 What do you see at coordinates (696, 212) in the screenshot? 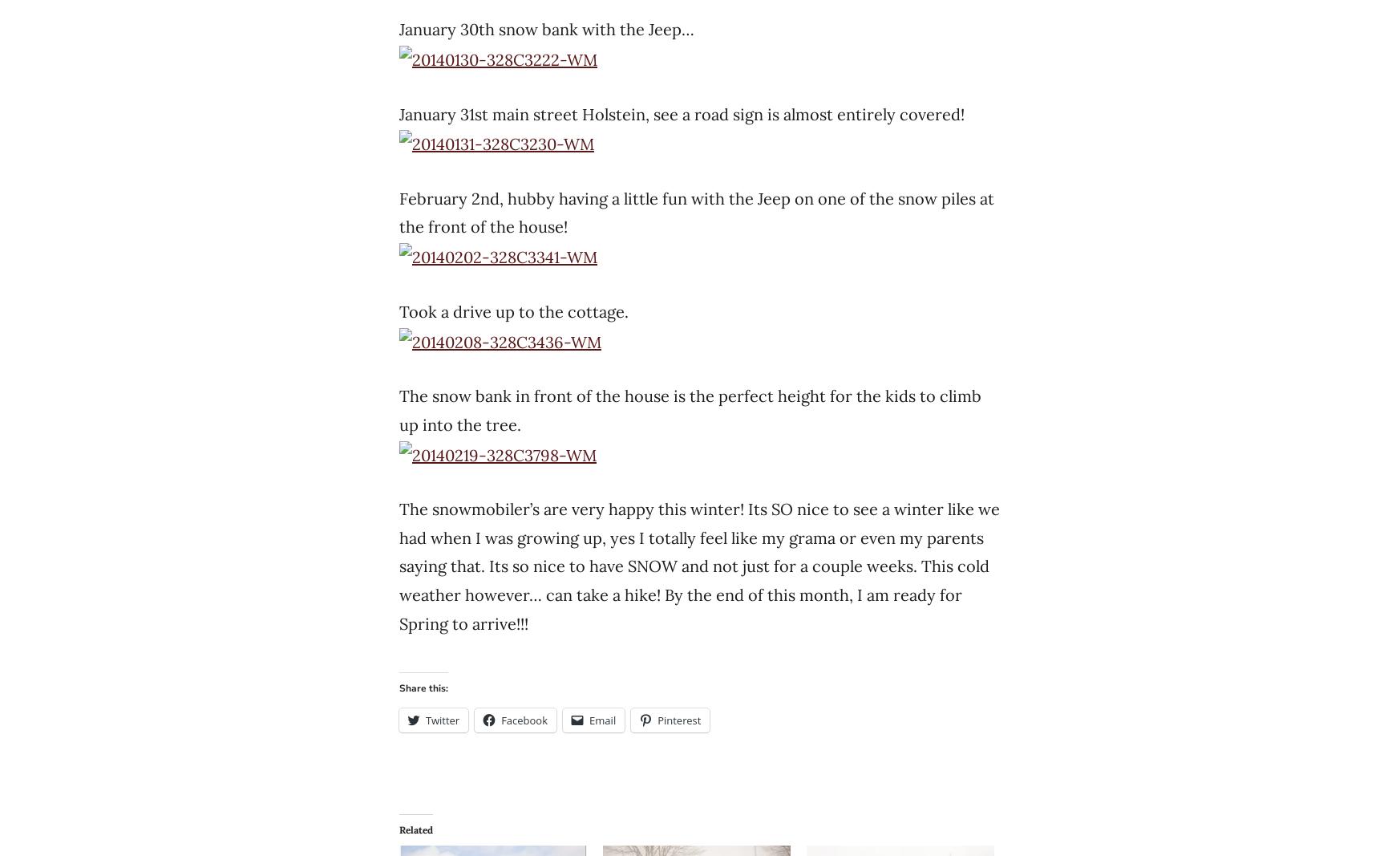
I see `'February 2nd, hubby having a little fun with the Jeep on one of the snow piles at the front of the house!'` at bounding box center [696, 212].